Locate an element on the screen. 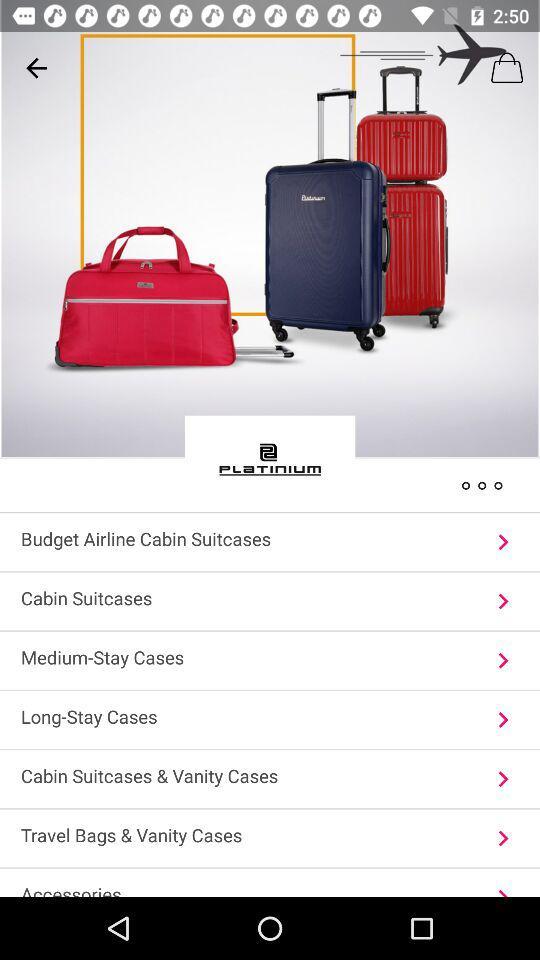  the icon which is right to cabin suitcase is located at coordinates (502, 600).